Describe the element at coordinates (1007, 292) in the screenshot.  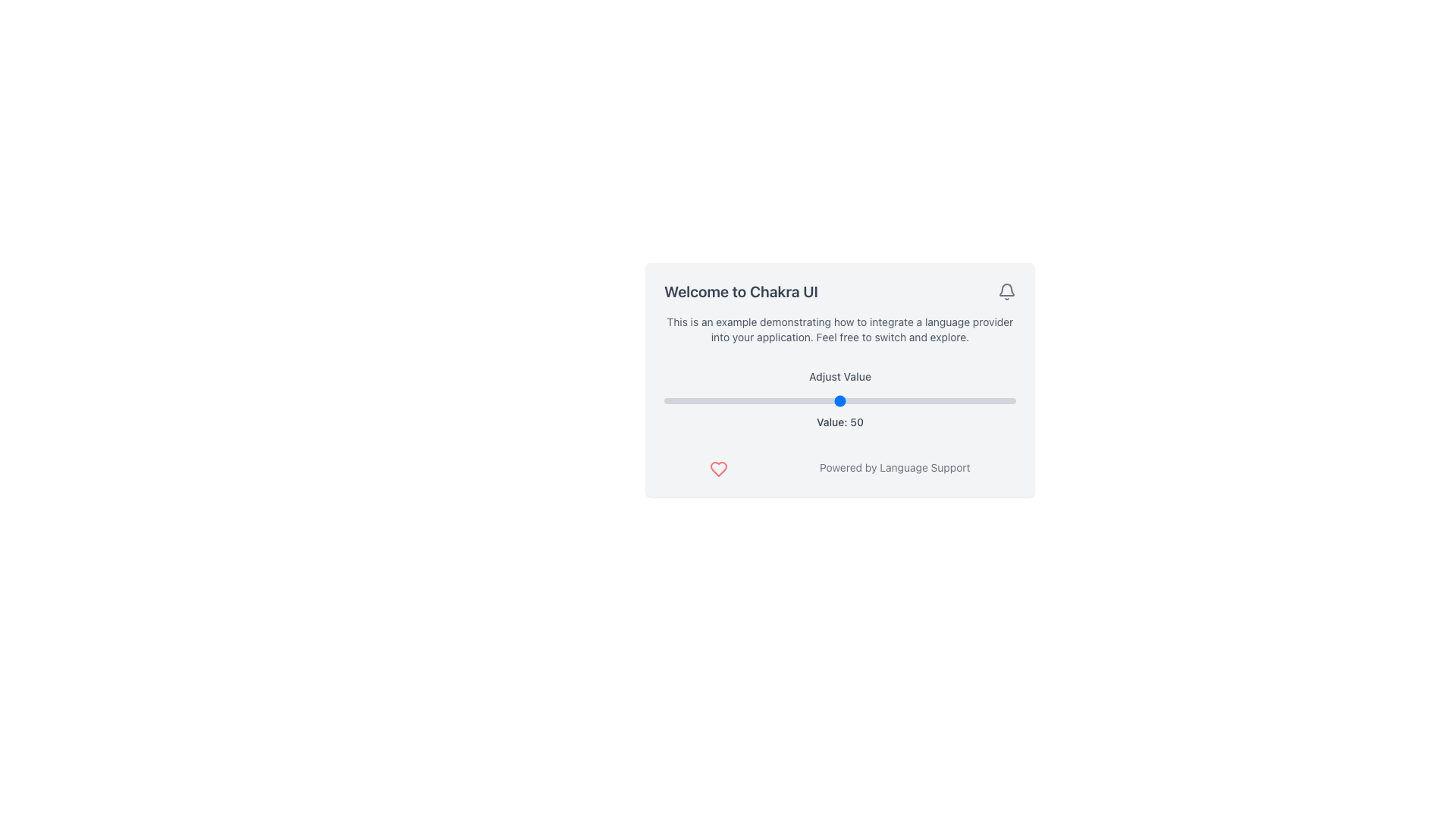
I see `the bell icon located to the far right of the header text 'Welcome to Chakra UI'` at that location.